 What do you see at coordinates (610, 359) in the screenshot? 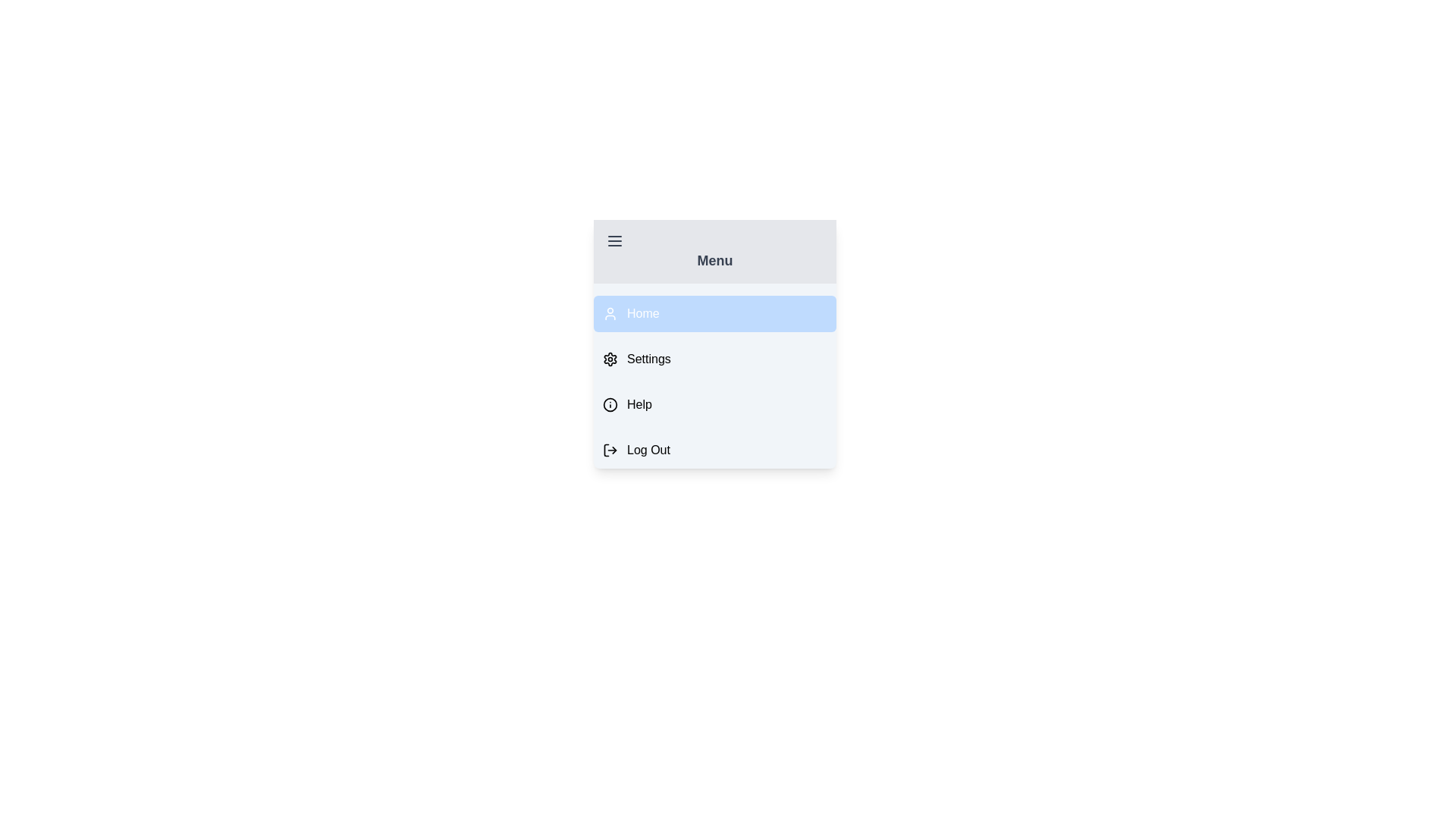
I see `the icon of the menu item labeled Settings to inspect it` at bounding box center [610, 359].